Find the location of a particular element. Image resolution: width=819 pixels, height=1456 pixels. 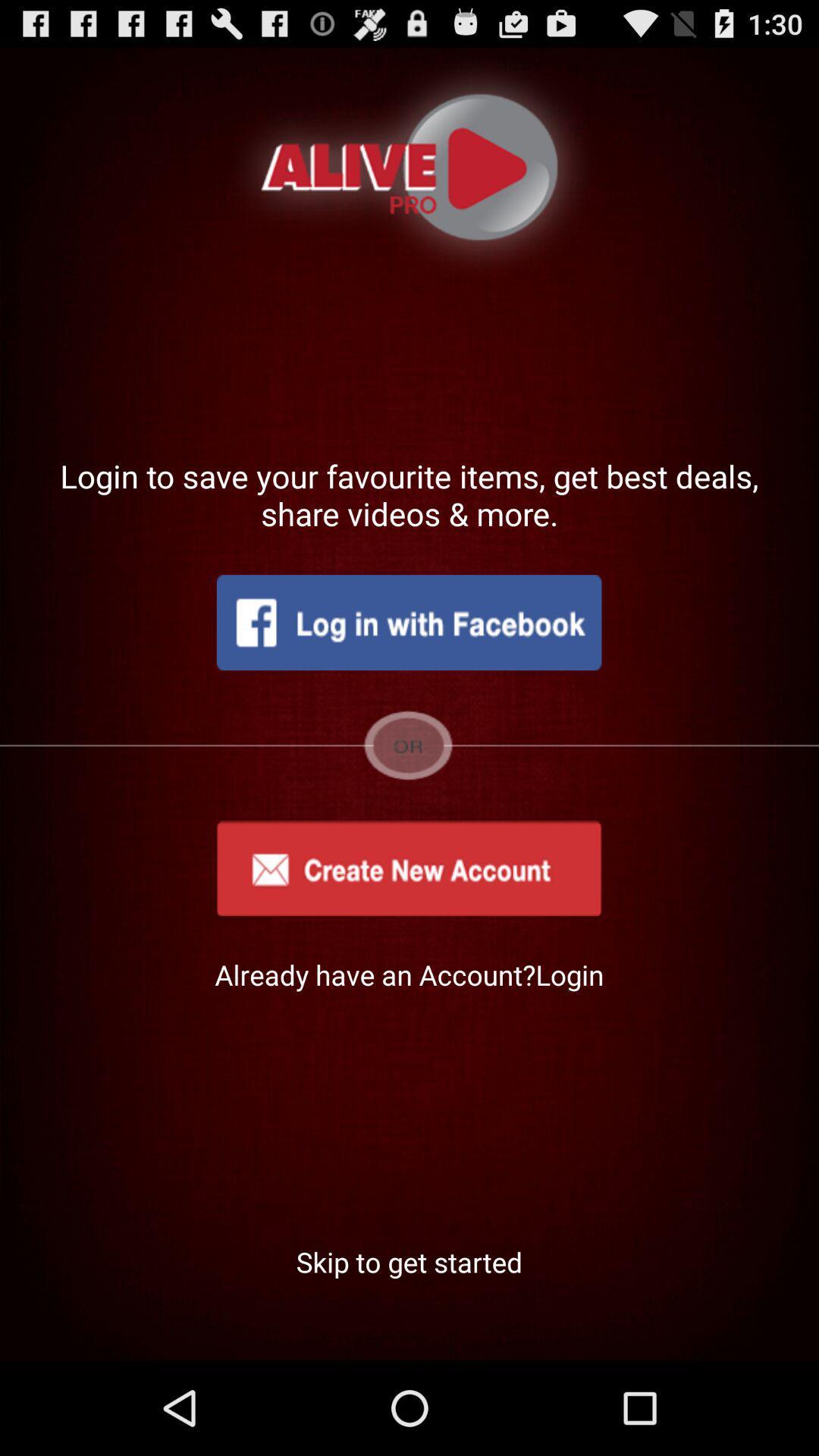

login is located at coordinates (408, 623).